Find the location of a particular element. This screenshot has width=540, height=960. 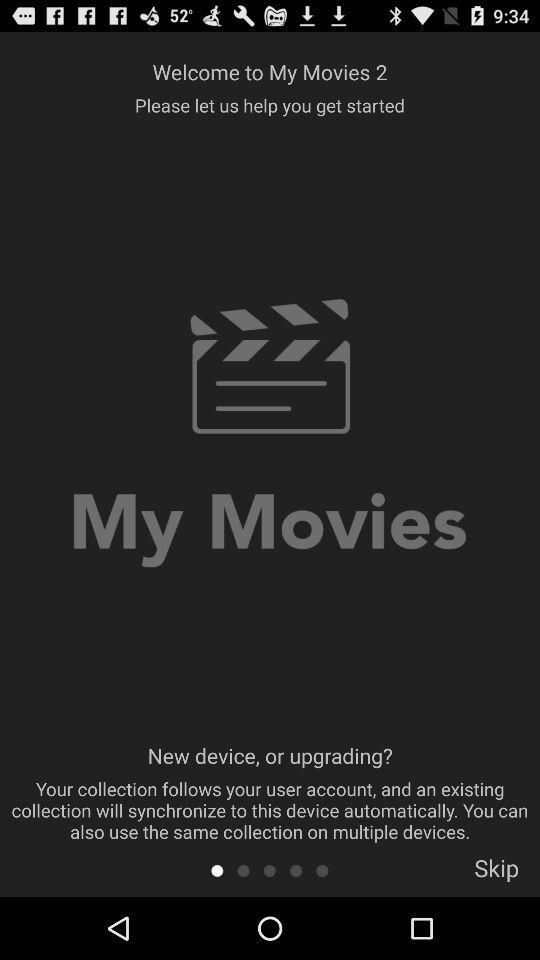

go next is located at coordinates (269, 869).